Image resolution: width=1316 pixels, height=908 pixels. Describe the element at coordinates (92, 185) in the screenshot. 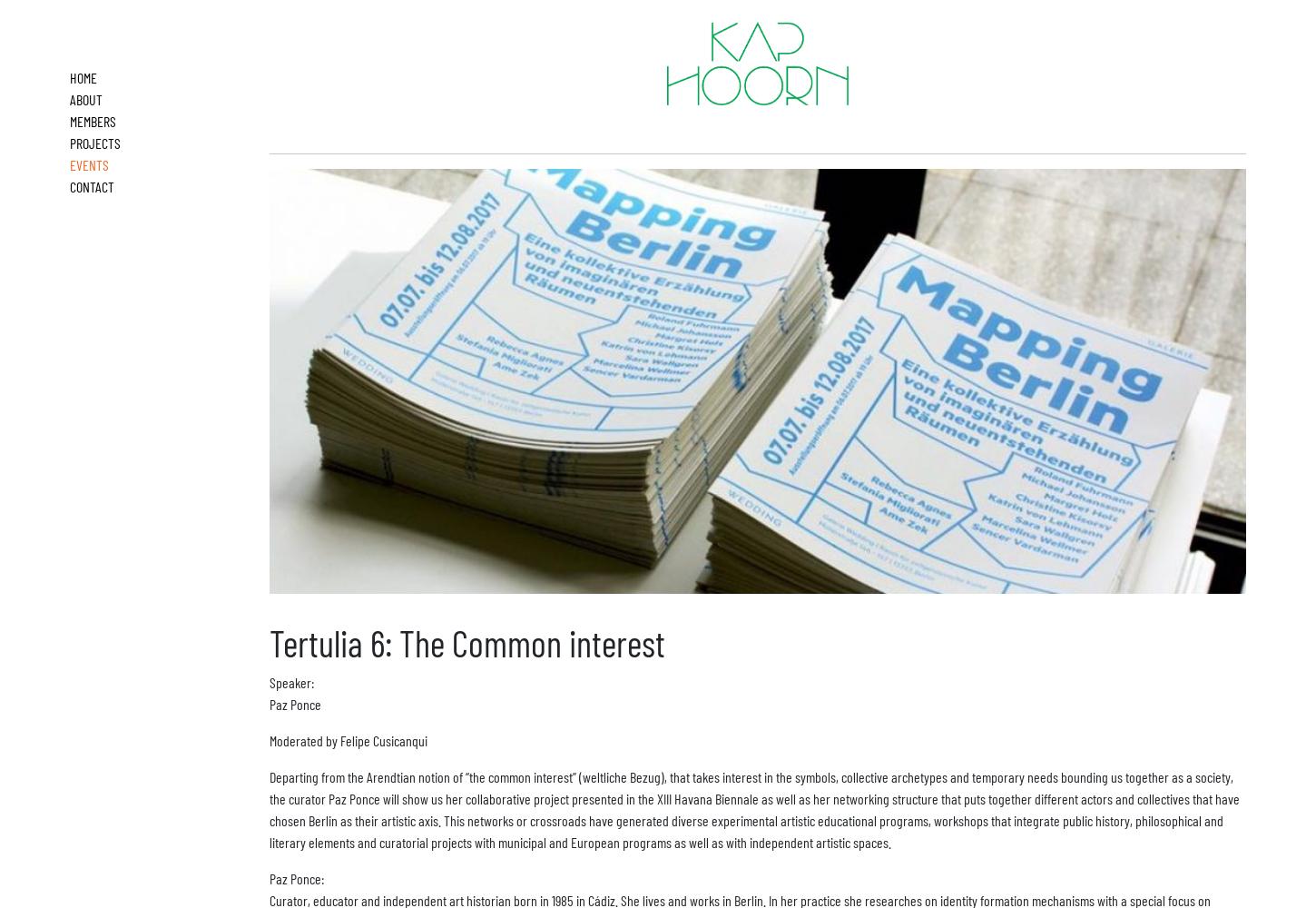

I see `'Contact'` at that location.